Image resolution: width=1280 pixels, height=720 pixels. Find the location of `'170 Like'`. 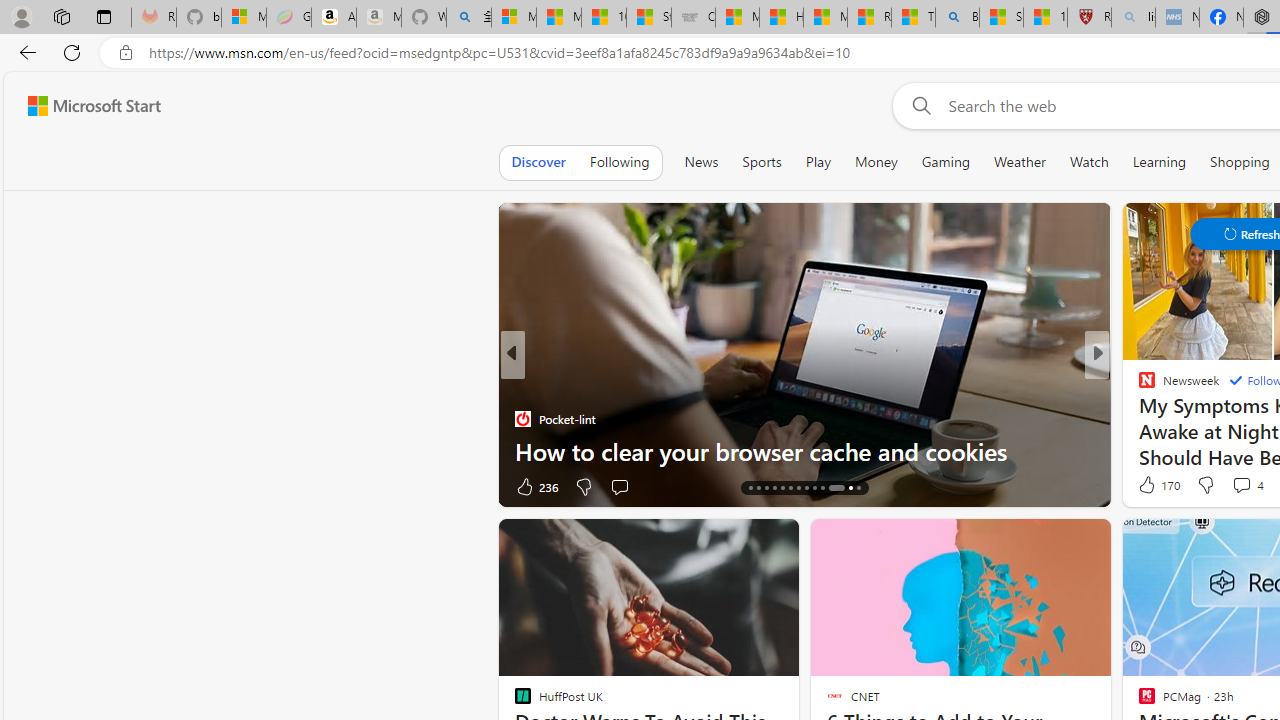

'170 Like' is located at coordinates (1157, 484).